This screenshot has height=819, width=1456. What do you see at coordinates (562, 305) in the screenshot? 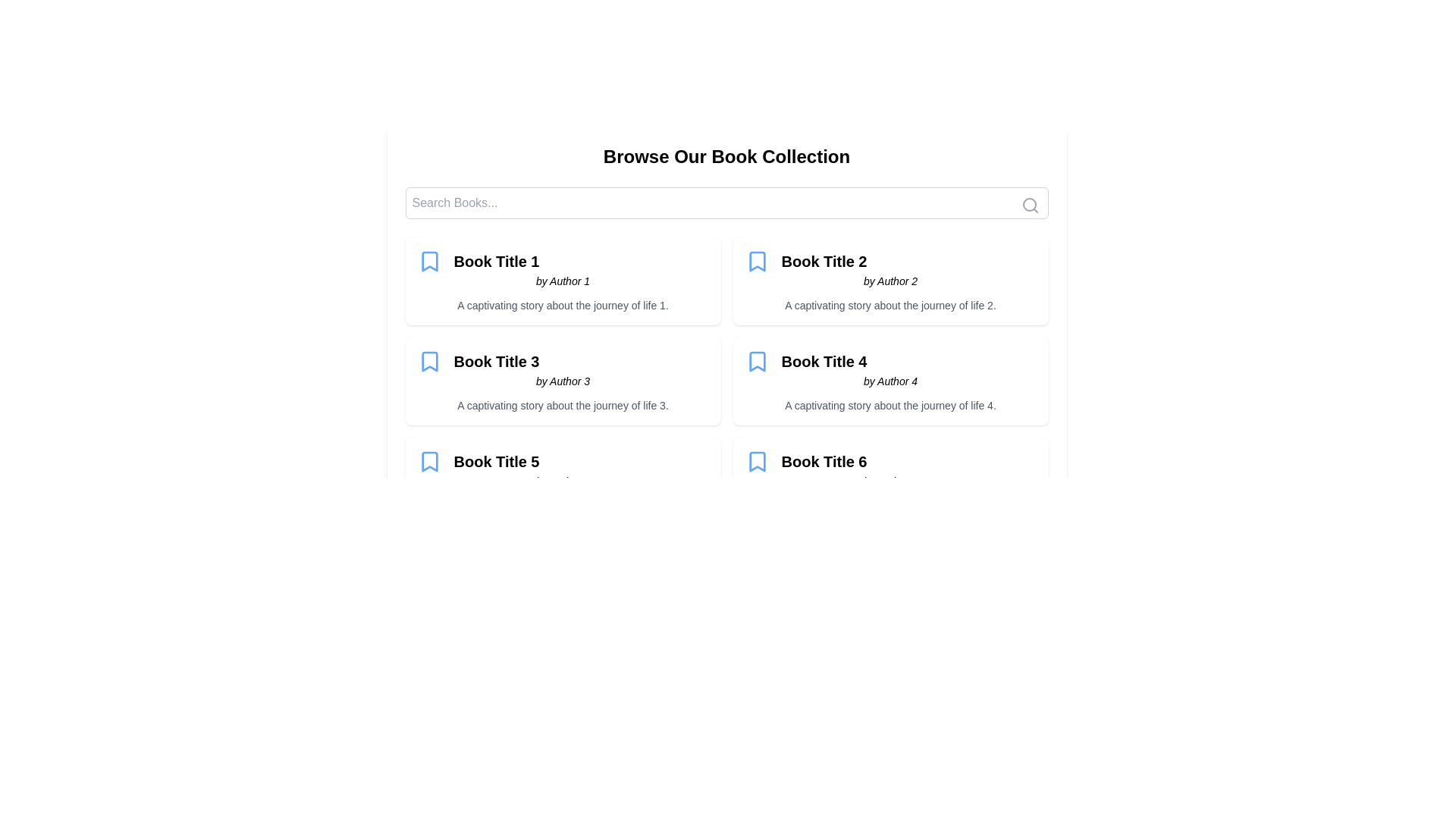
I see `the Text Label containing the text 'A captivating story about the journey of life 1.' located in the first grid box of the book list interface, positioned below 'Book Title 1' and 'by Author 1'` at bounding box center [562, 305].